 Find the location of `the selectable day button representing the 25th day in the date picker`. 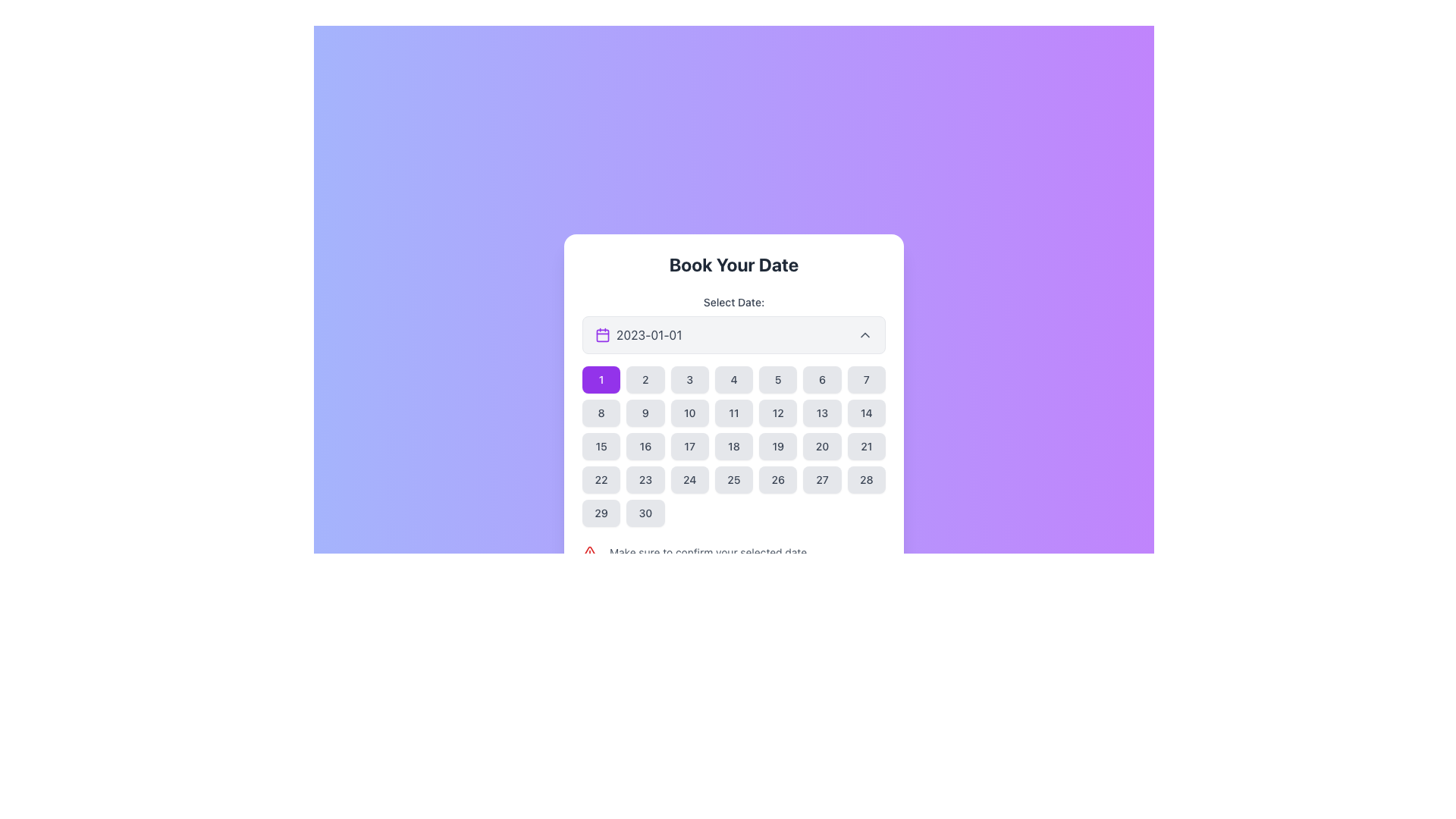

the selectable day button representing the 25th day in the date picker is located at coordinates (734, 479).